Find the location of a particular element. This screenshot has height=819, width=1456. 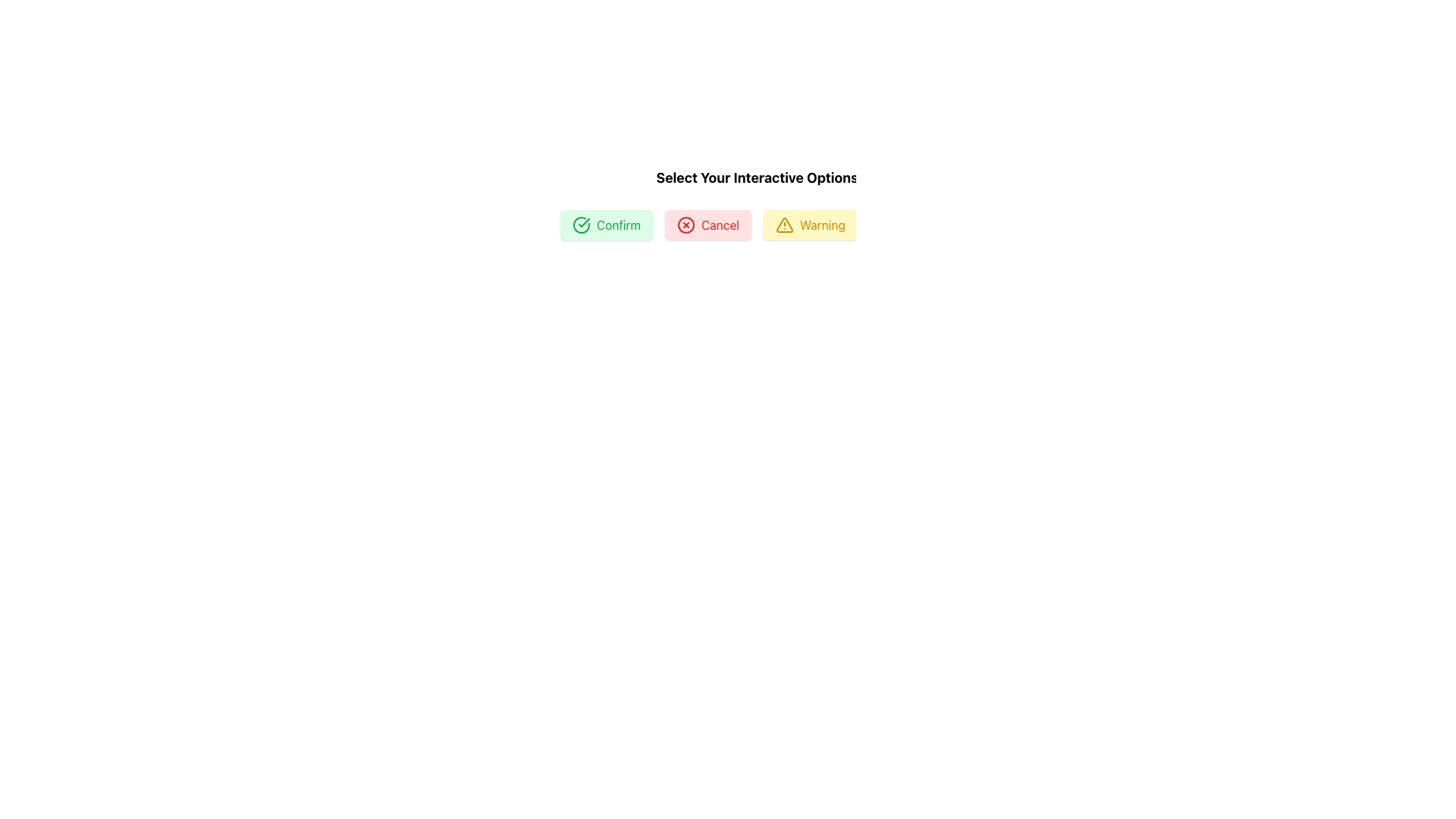

the triangular warning icon filled with a yellowish tone, outlined in bold, located to the left of the 'Warning' text label is located at coordinates (783, 225).